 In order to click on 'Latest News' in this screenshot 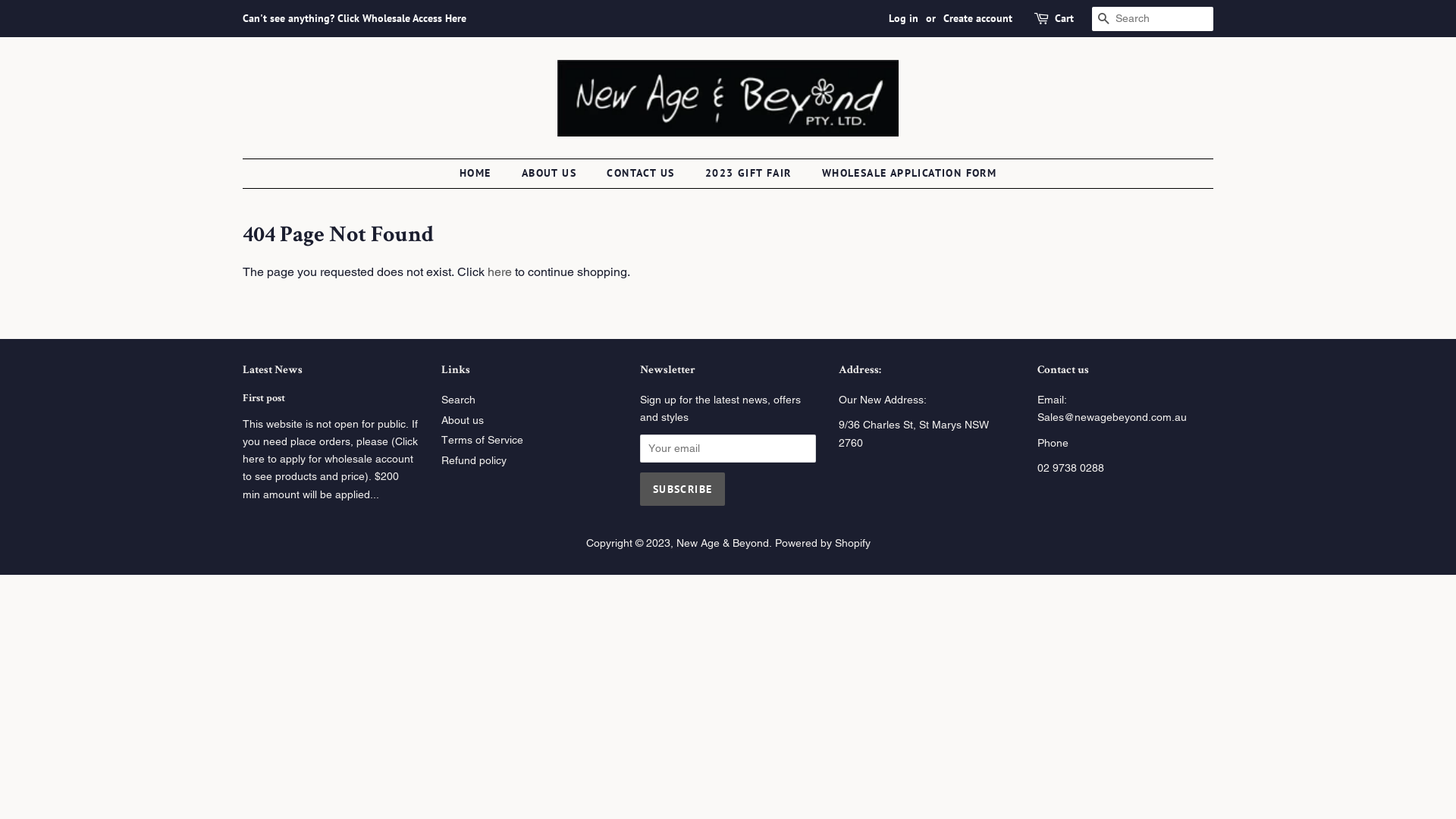, I will do `click(272, 370)`.